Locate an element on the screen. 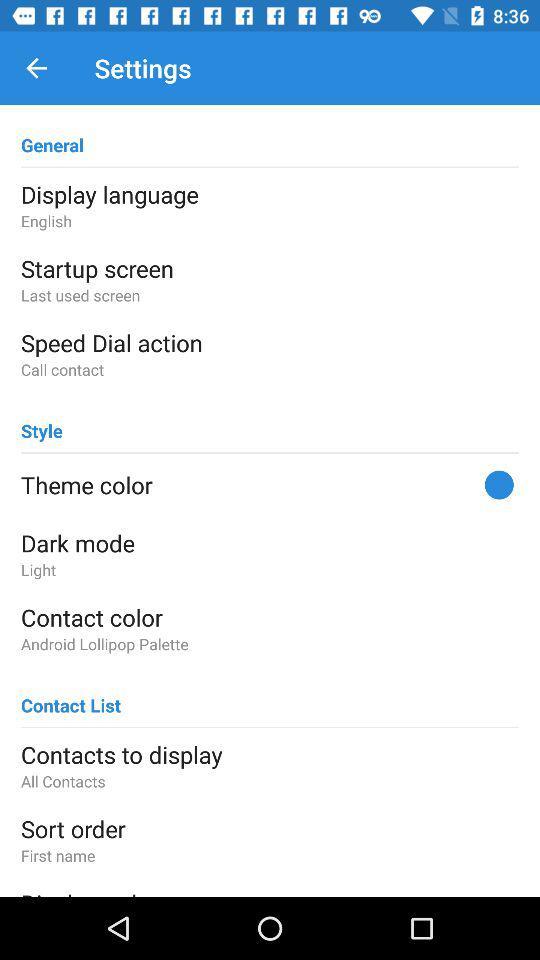 This screenshot has width=540, height=960. the contact list icon is located at coordinates (70, 696).